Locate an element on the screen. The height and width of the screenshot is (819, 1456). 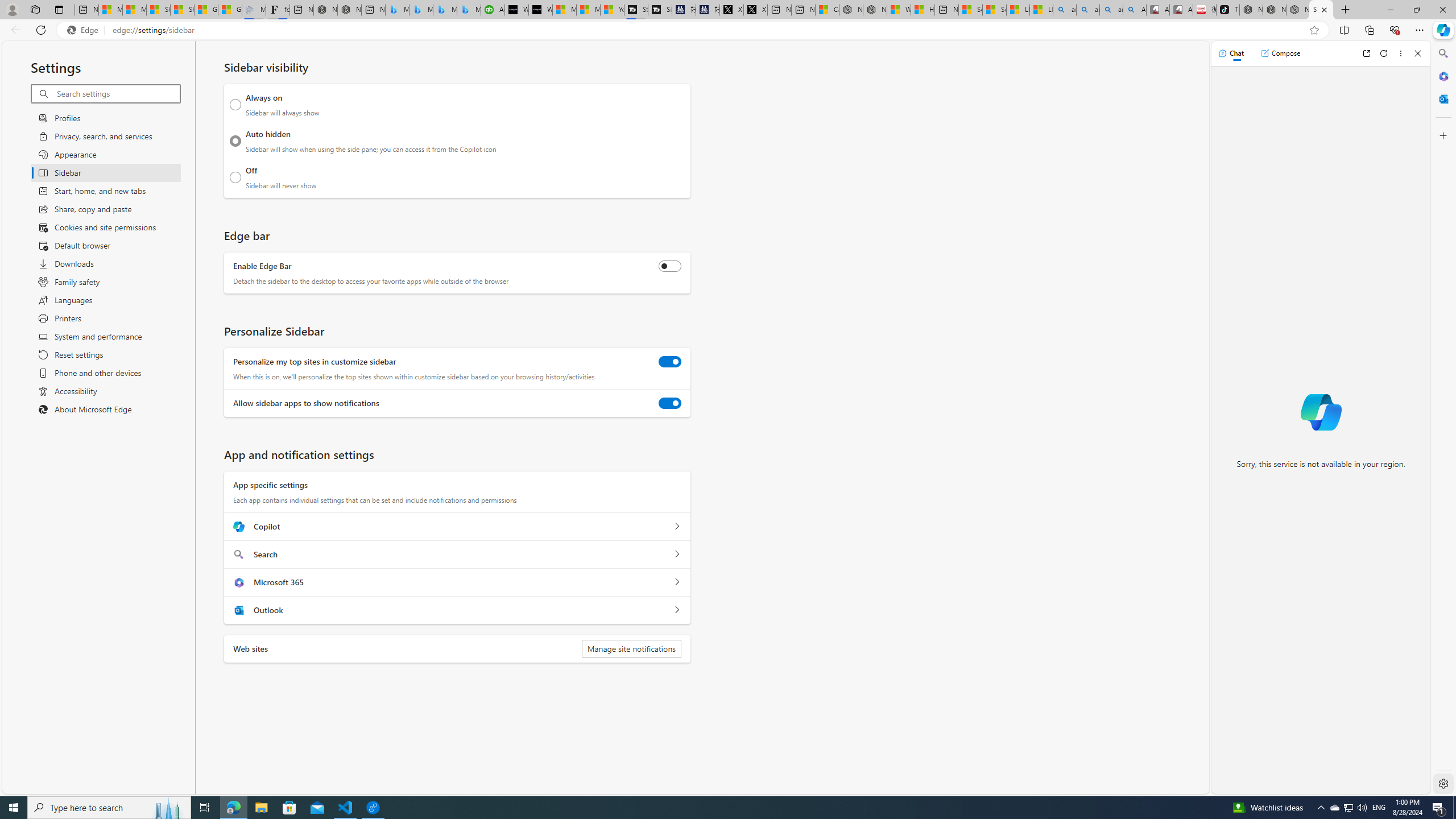
'Edge' is located at coordinates (84, 30).